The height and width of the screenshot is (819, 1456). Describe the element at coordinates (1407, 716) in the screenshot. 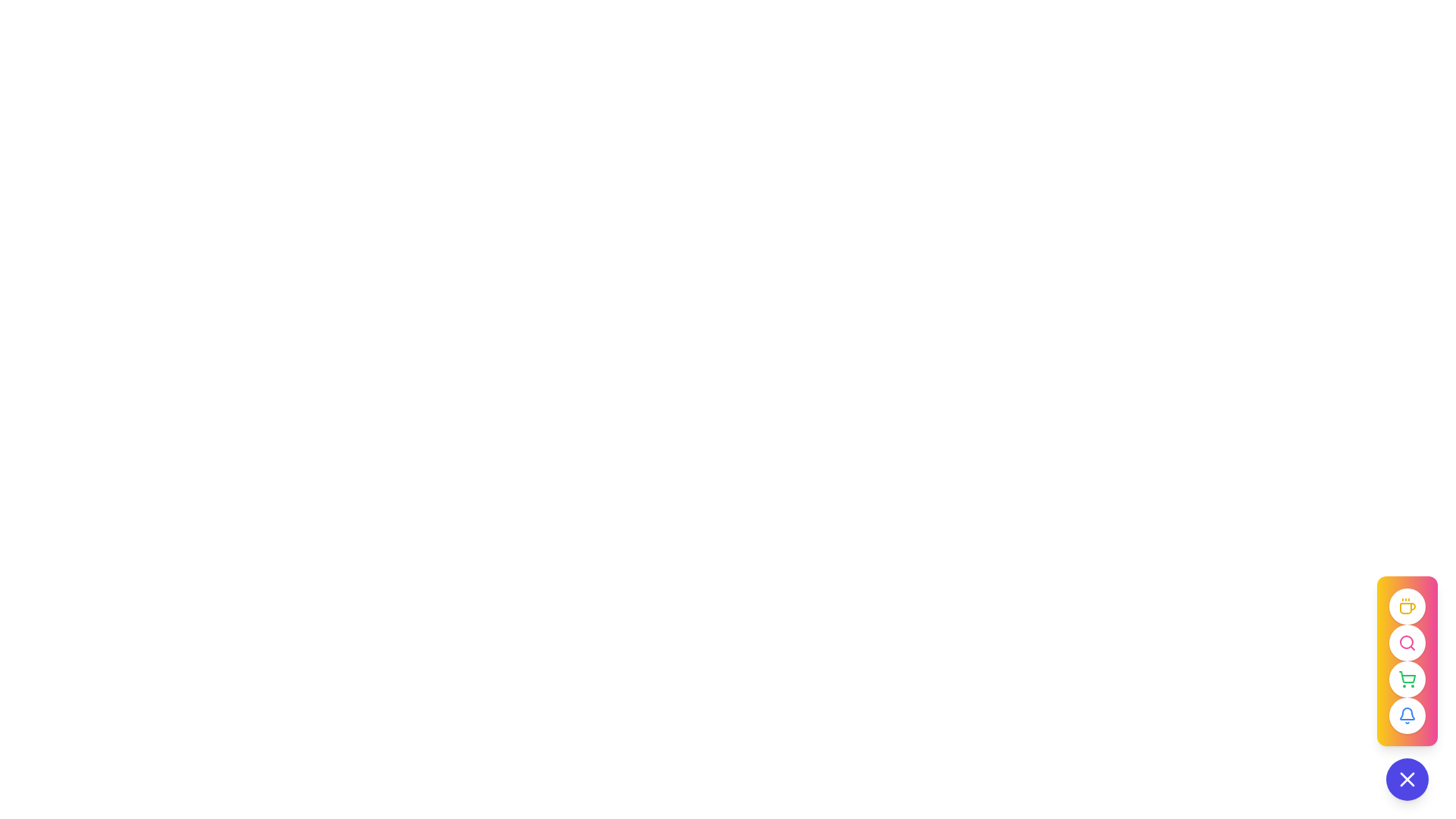

I see `the bell button located at the bottom of the vertical stack on the right side of the application interface` at that location.